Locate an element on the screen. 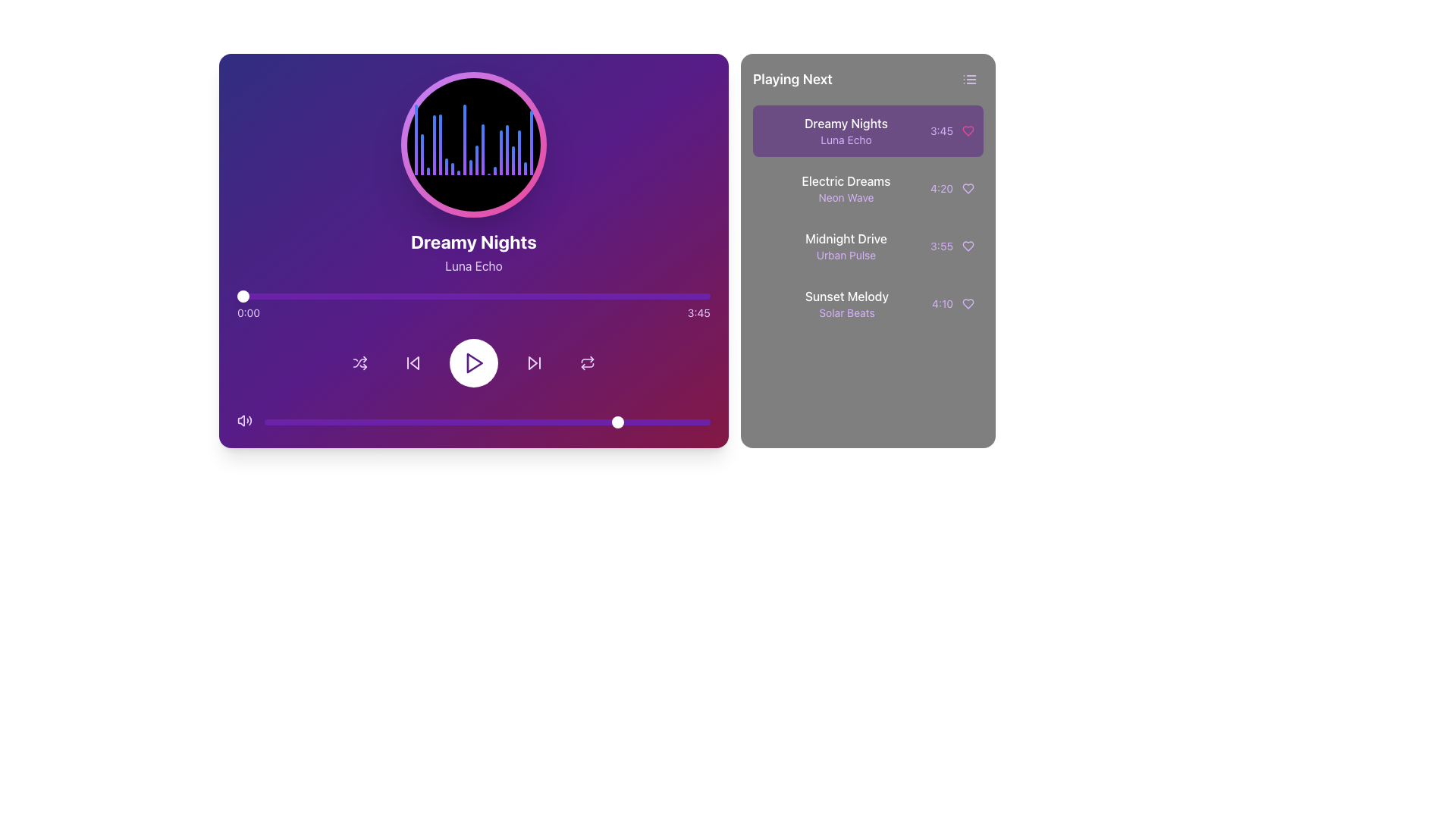 The image size is (1456, 819). the eleventh vertical bar in the audio visualizer, which represents audio amplitude or frequency is located at coordinates (475, 160).